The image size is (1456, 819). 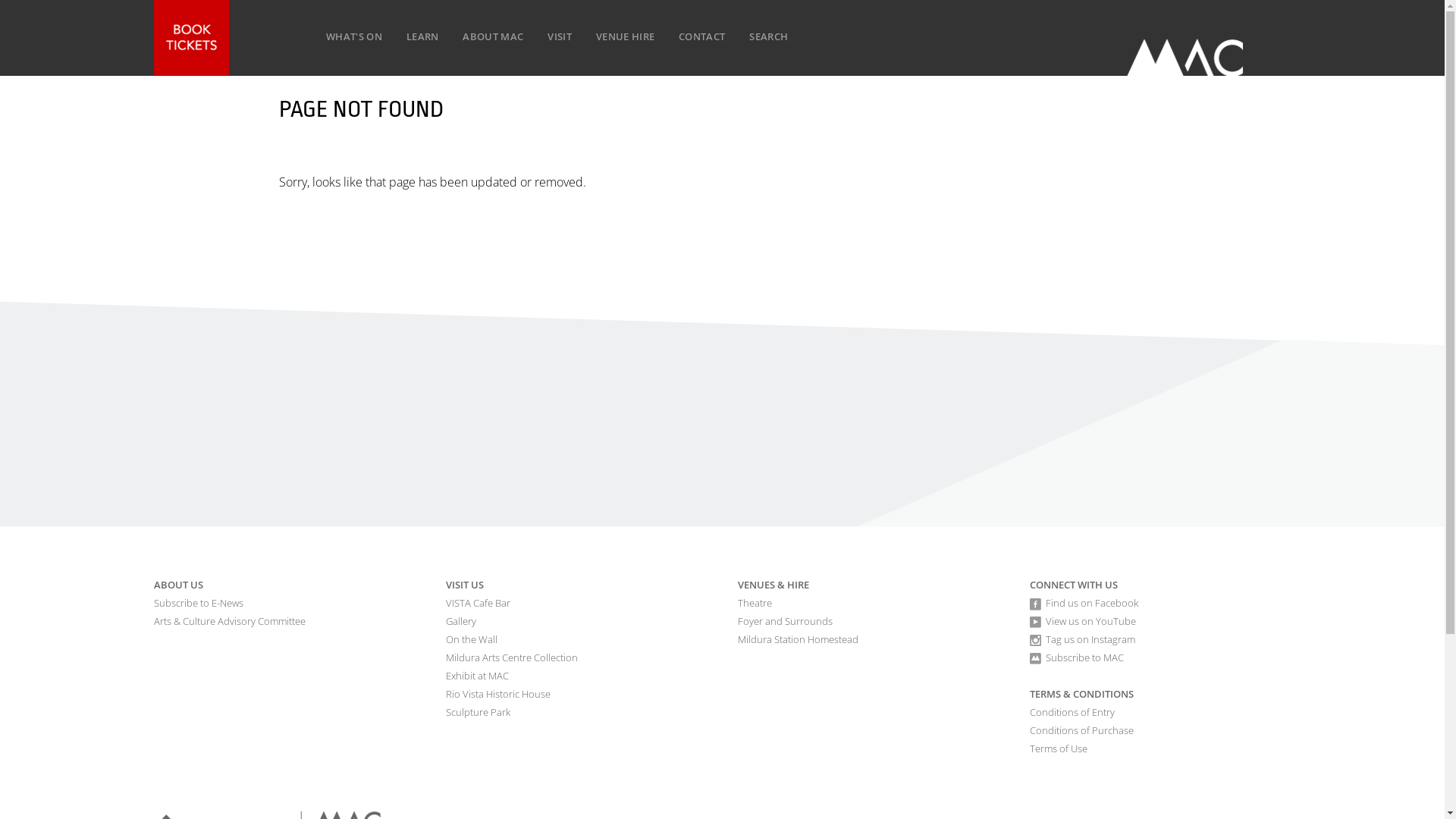 What do you see at coordinates (445, 657) in the screenshot?
I see `'Mildura Arts Centre Collection'` at bounding box center [445, 657].